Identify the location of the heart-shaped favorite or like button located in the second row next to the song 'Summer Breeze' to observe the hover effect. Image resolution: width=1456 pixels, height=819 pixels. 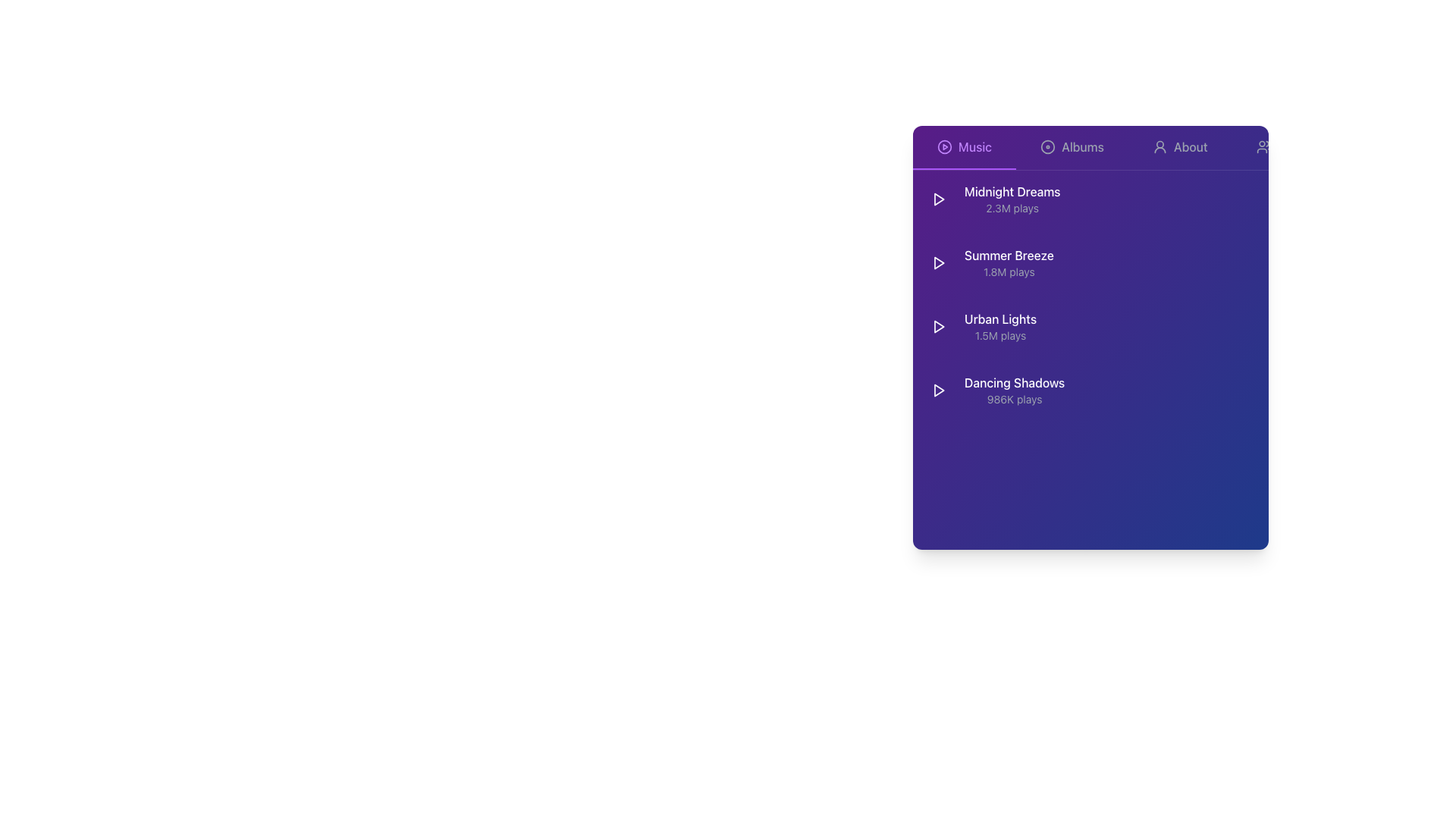
(1200, 262).